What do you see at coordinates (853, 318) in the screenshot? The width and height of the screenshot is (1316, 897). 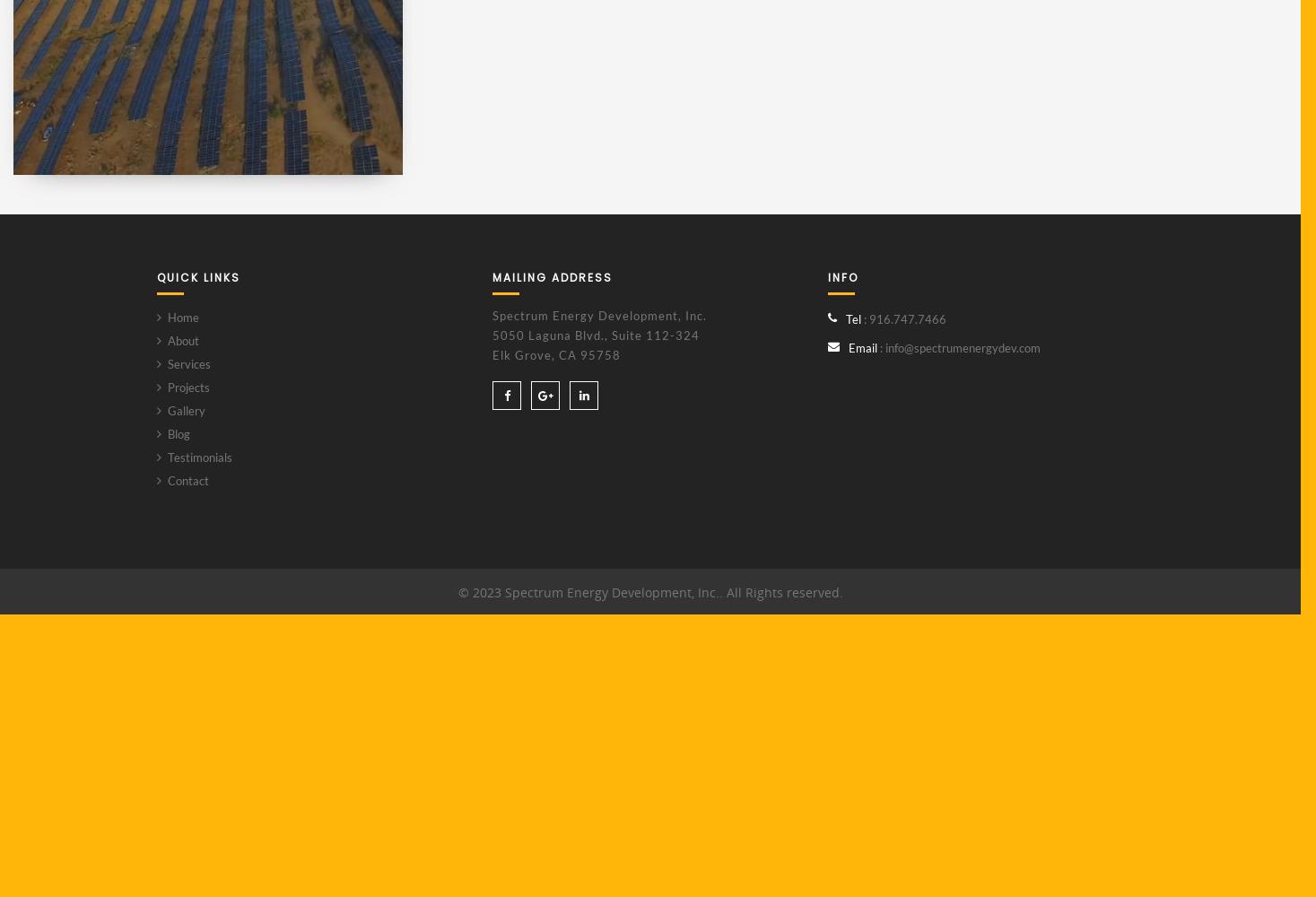 I see `'Tel'` at bounding box center [853, 318].